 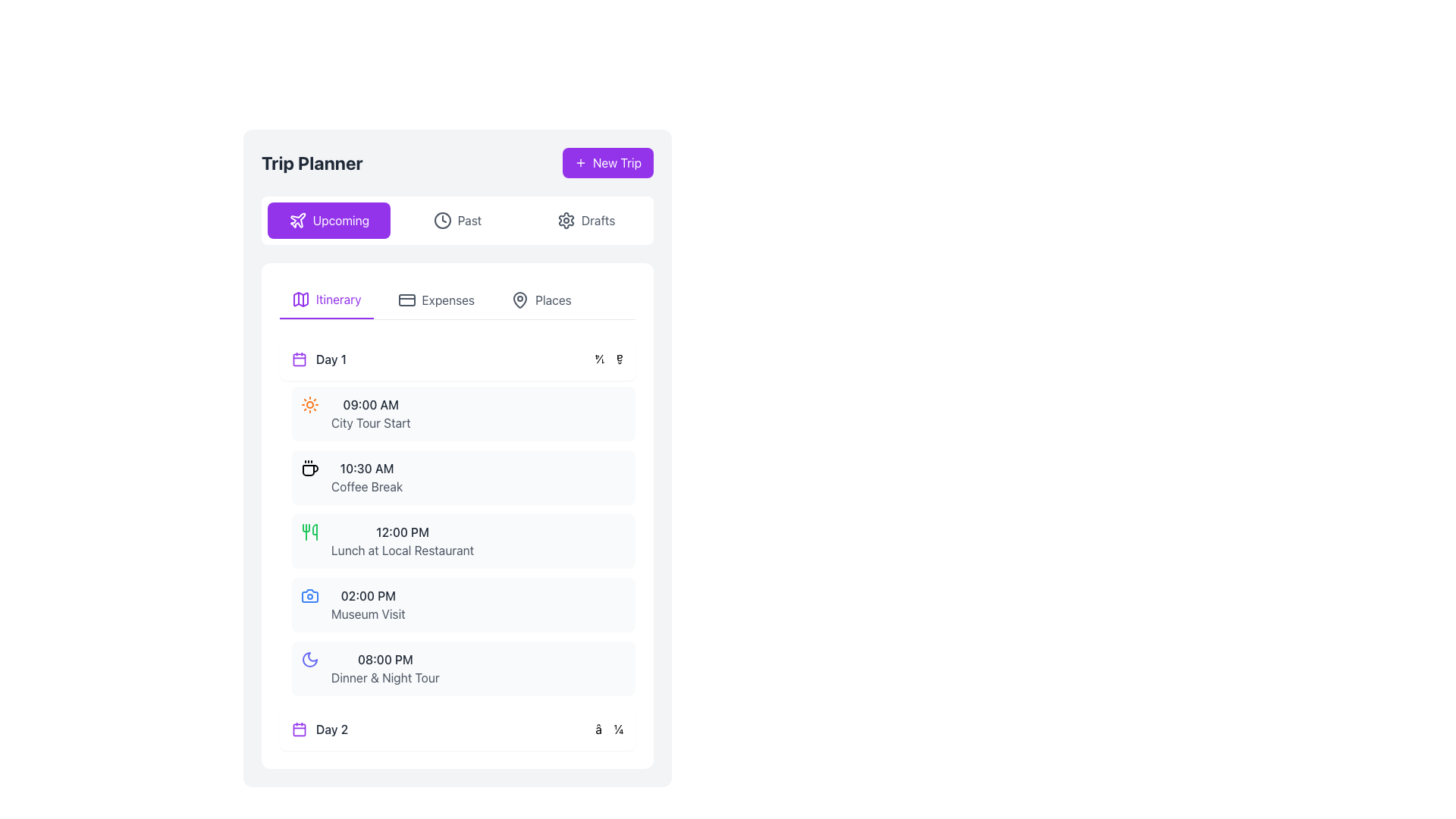 What do you see at coordinates (565, 220) in the screenshot?
I see `the gear-shaped settings icon located in the top-right corner of the application interface` at bounding box center [565, 220].